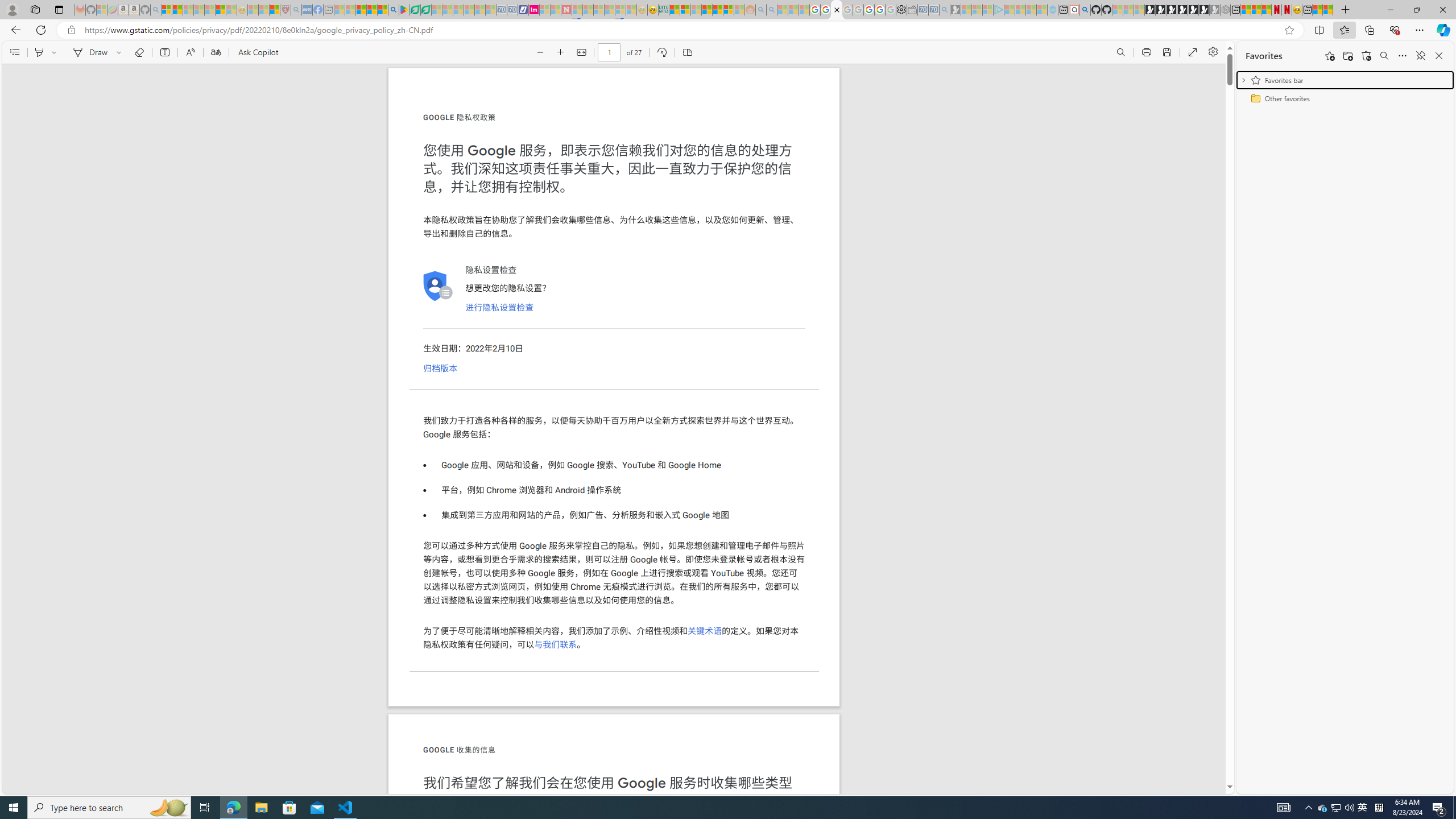 The width and height of the screenshot is (1456, 819). I want to click on 'Zoom out (Ctrl+Minus key)', so click(540, 52).